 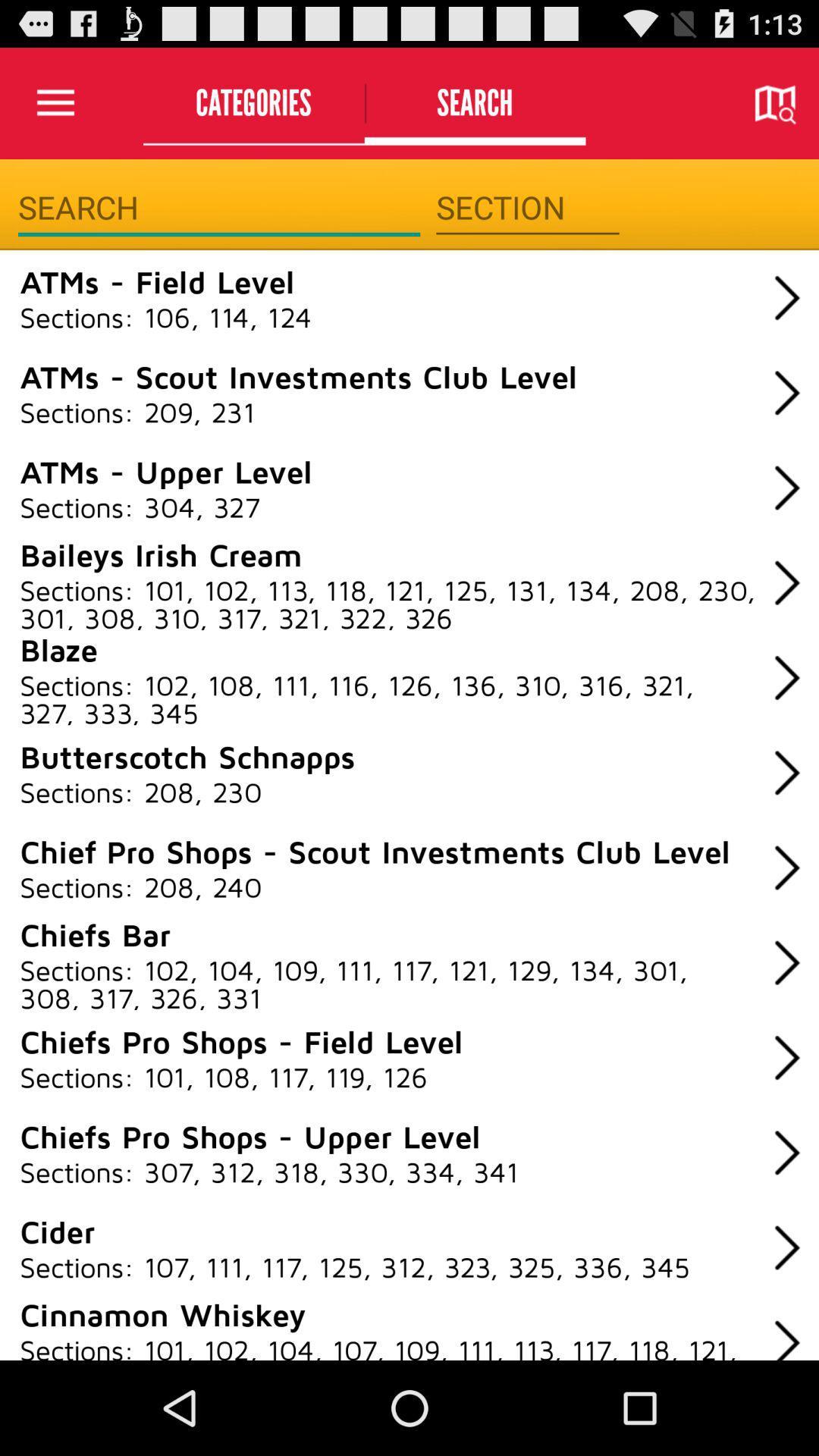 I want to click on section filter, so click(x=526, y=207).